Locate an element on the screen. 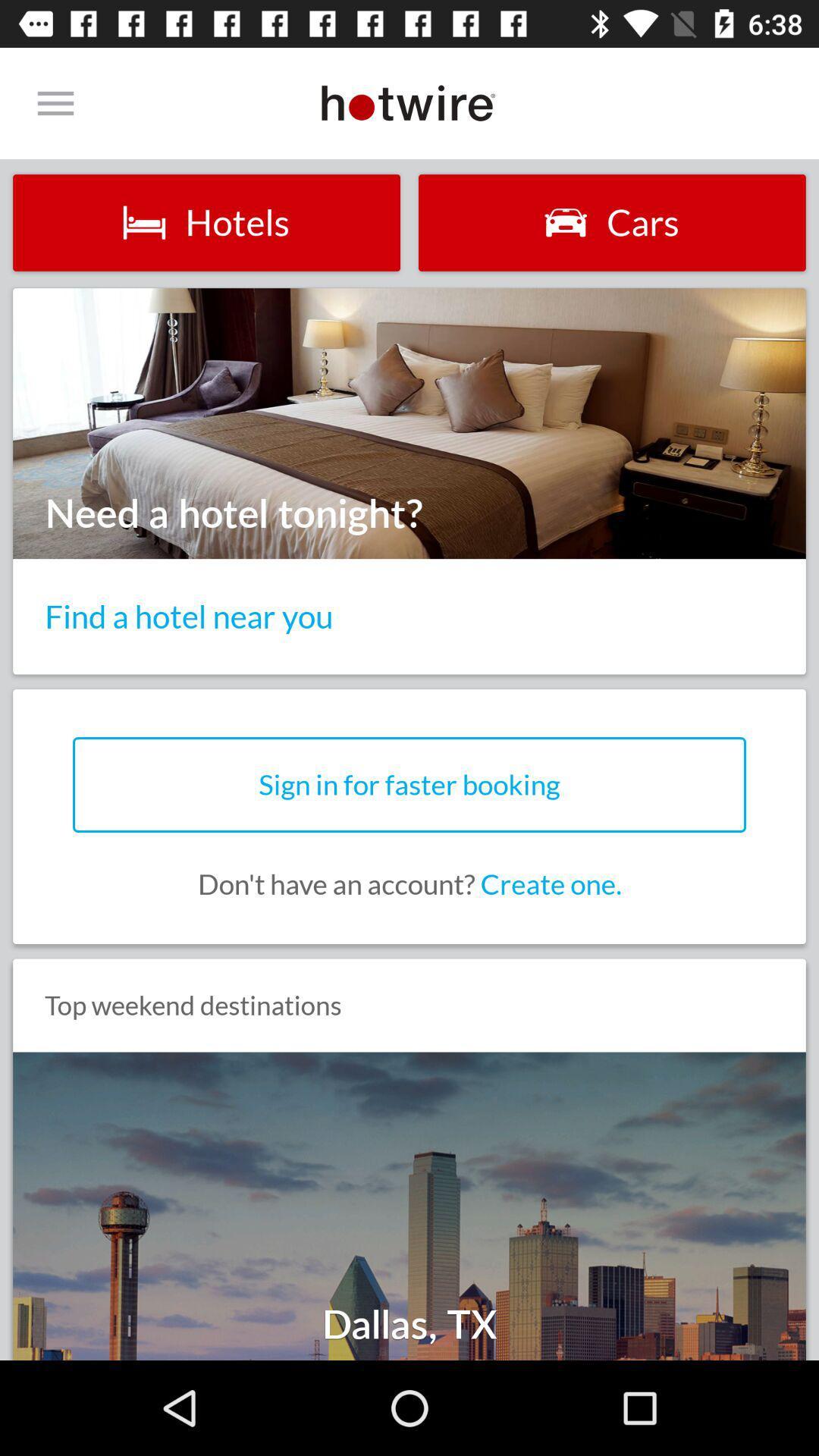 Image resolution: width=819 pixels, height=1456 pixels. the sign in for icon is located at coordinates (409, 785).